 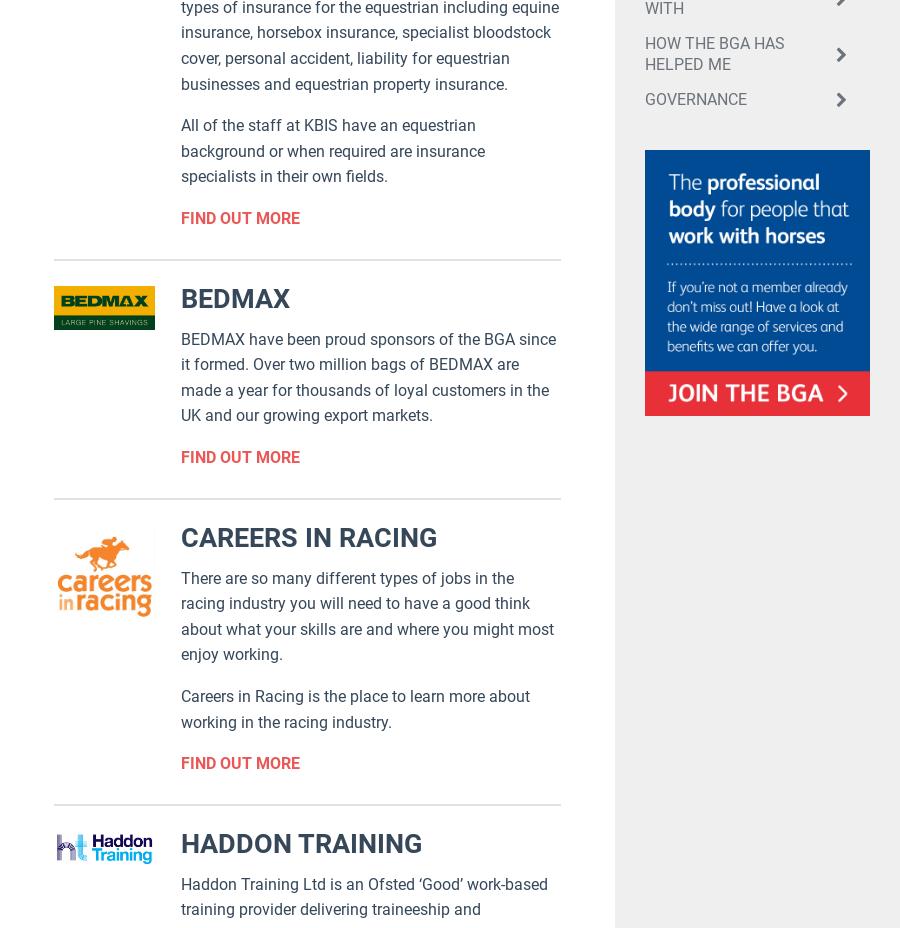 I want to click on 'Grooms Jobs Board', so click(x=421, y=635).